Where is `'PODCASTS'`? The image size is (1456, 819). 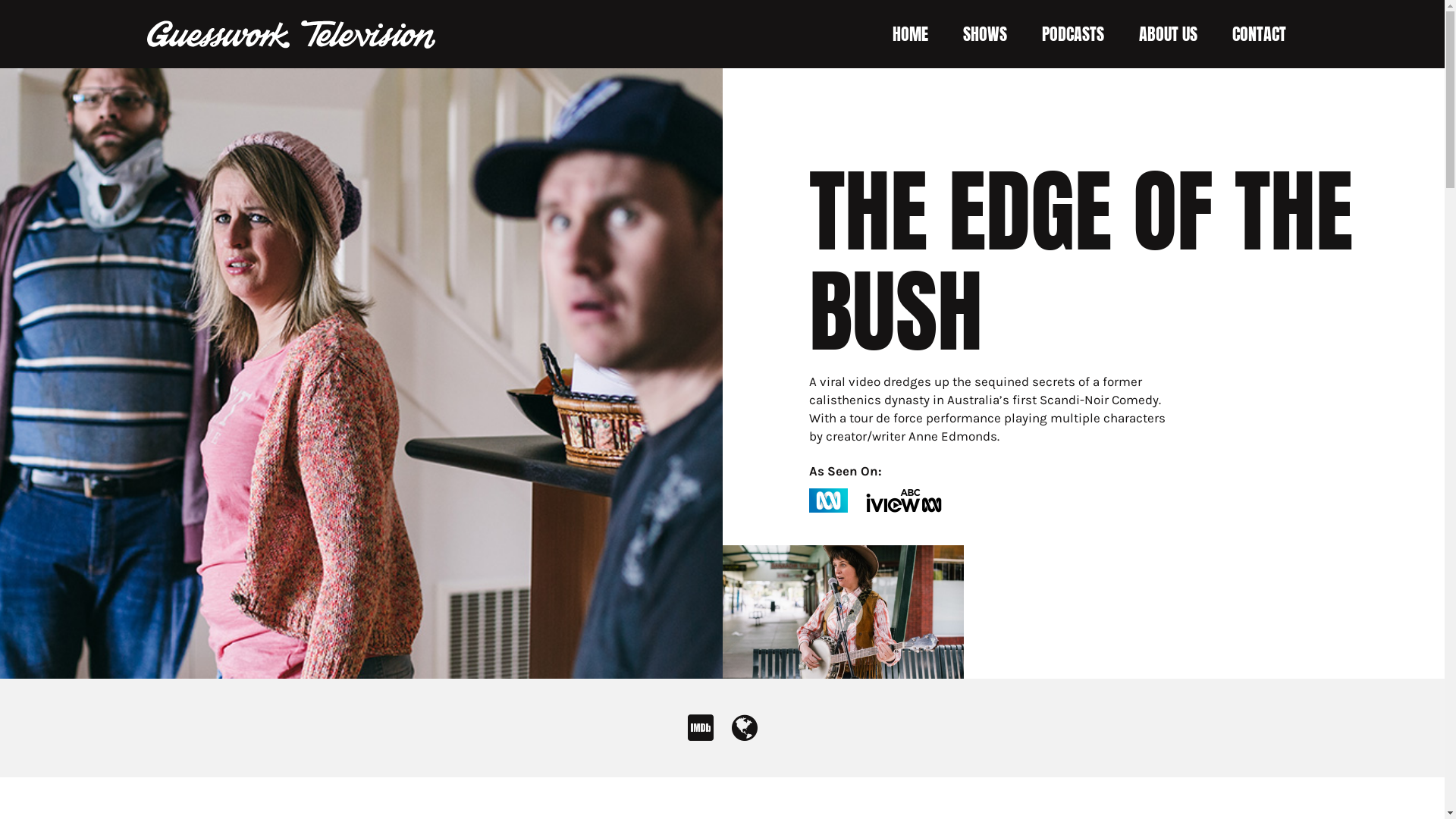
'PODCASTS' is located at coordinates (1072, 34).